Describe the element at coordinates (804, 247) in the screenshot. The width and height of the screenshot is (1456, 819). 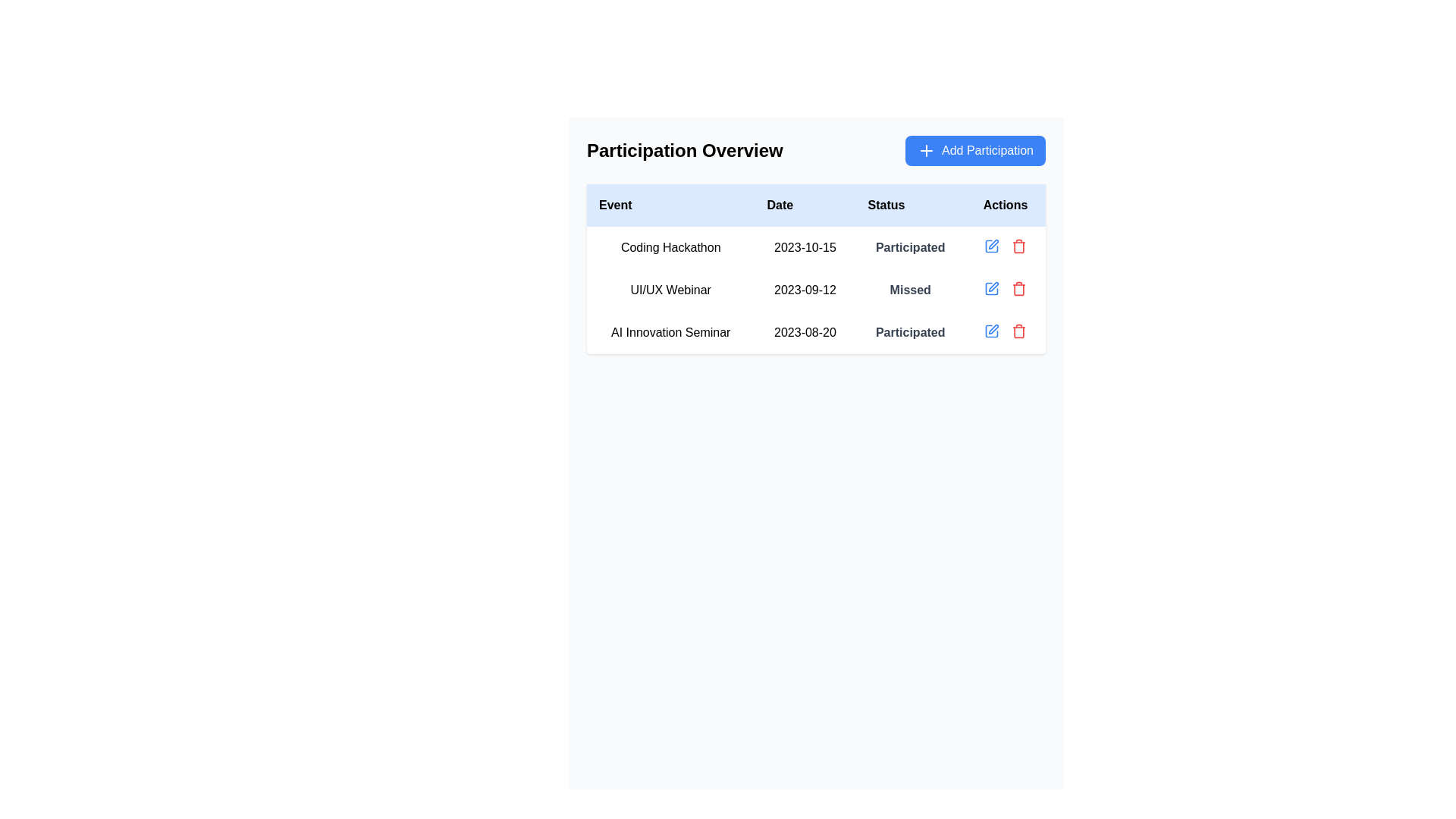
I see `the Text Label displaying the date '2023-10-15' in the second column of the table layout, which is aligned with the 'Coding Hackathon' event` at that location.